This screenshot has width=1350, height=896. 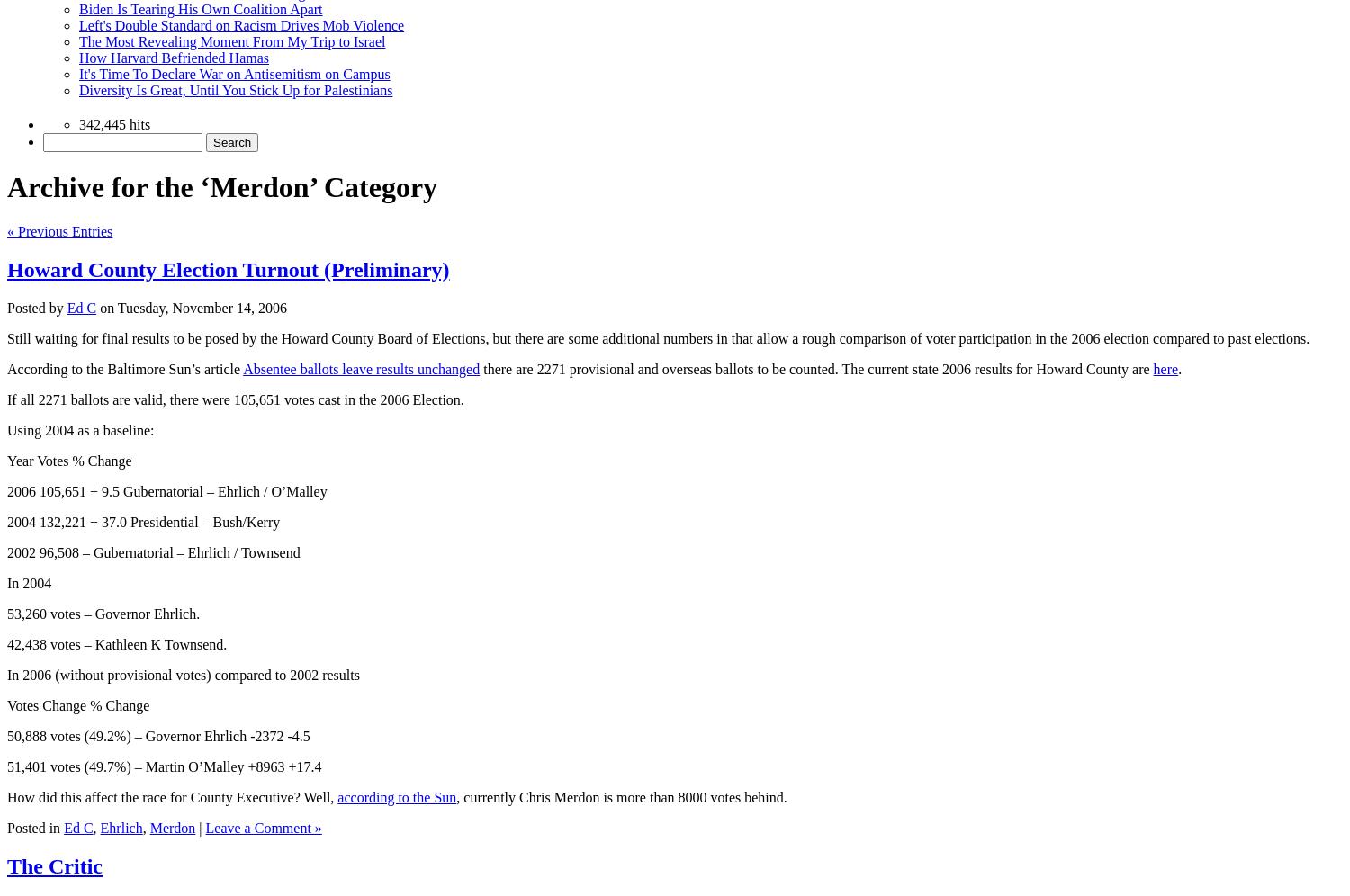 I want to click on 'How did this affect the race for County Executive?', so click(x=153, y=795).